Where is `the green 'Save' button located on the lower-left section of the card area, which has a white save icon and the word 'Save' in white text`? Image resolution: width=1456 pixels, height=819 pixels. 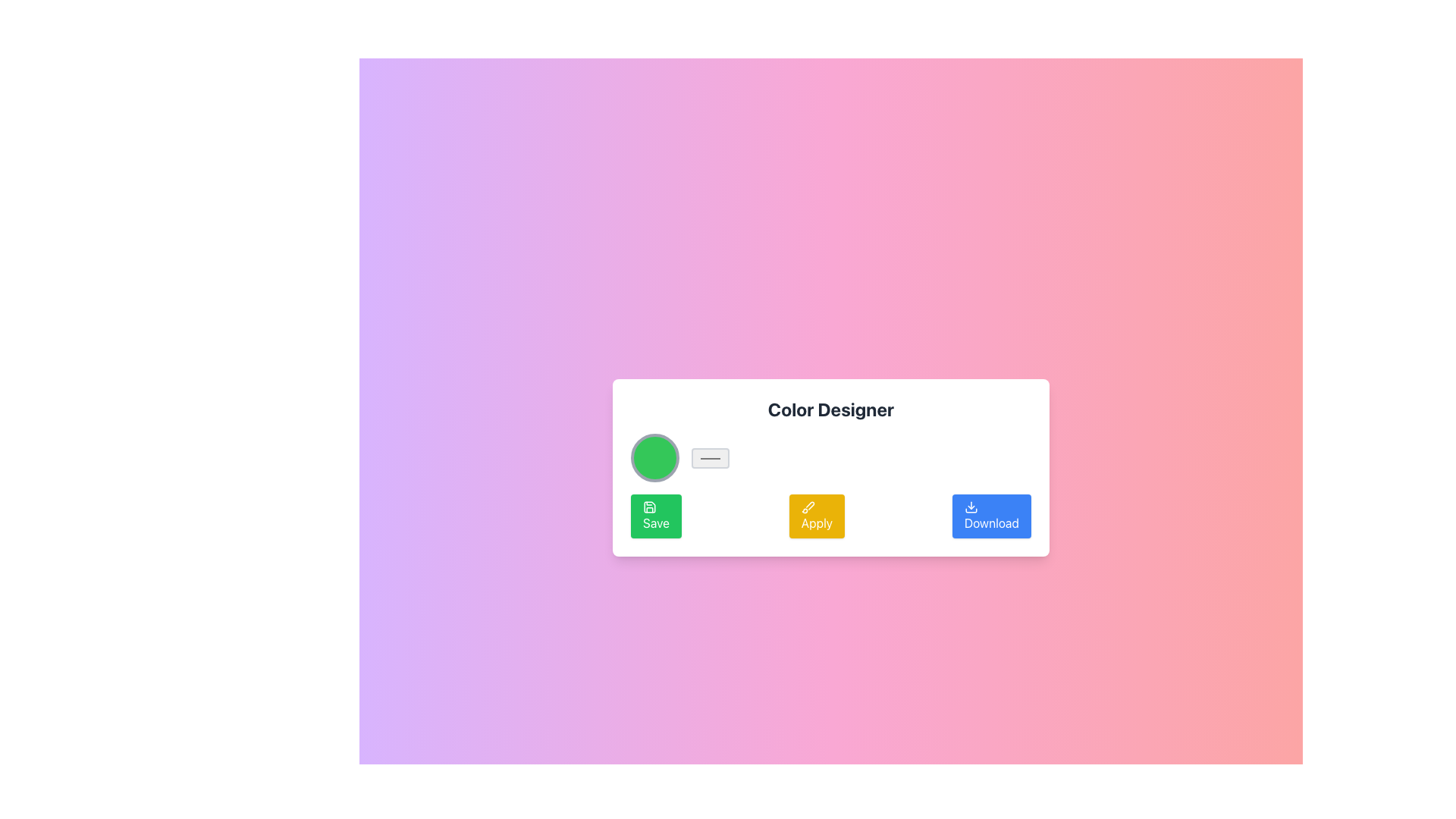
the green 'Save' button located on the lower-left section of the card area, which has a white save icon and the word 'Save' in white text is located at coordinates (656, 516).